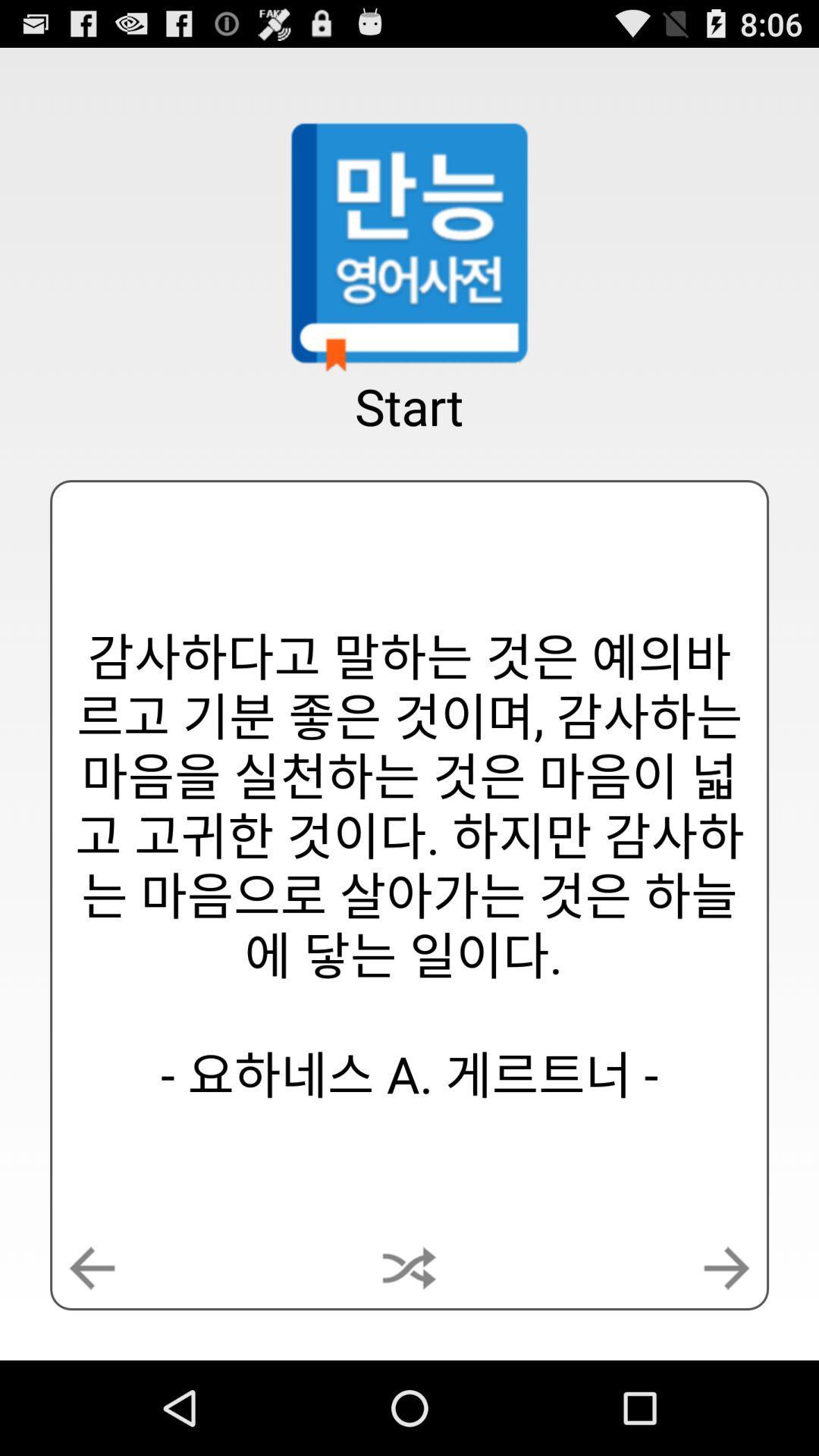 Image resolution: width=819 pixels, height=1456 pixels. I want to click on app below the start item, so click(409, 865).